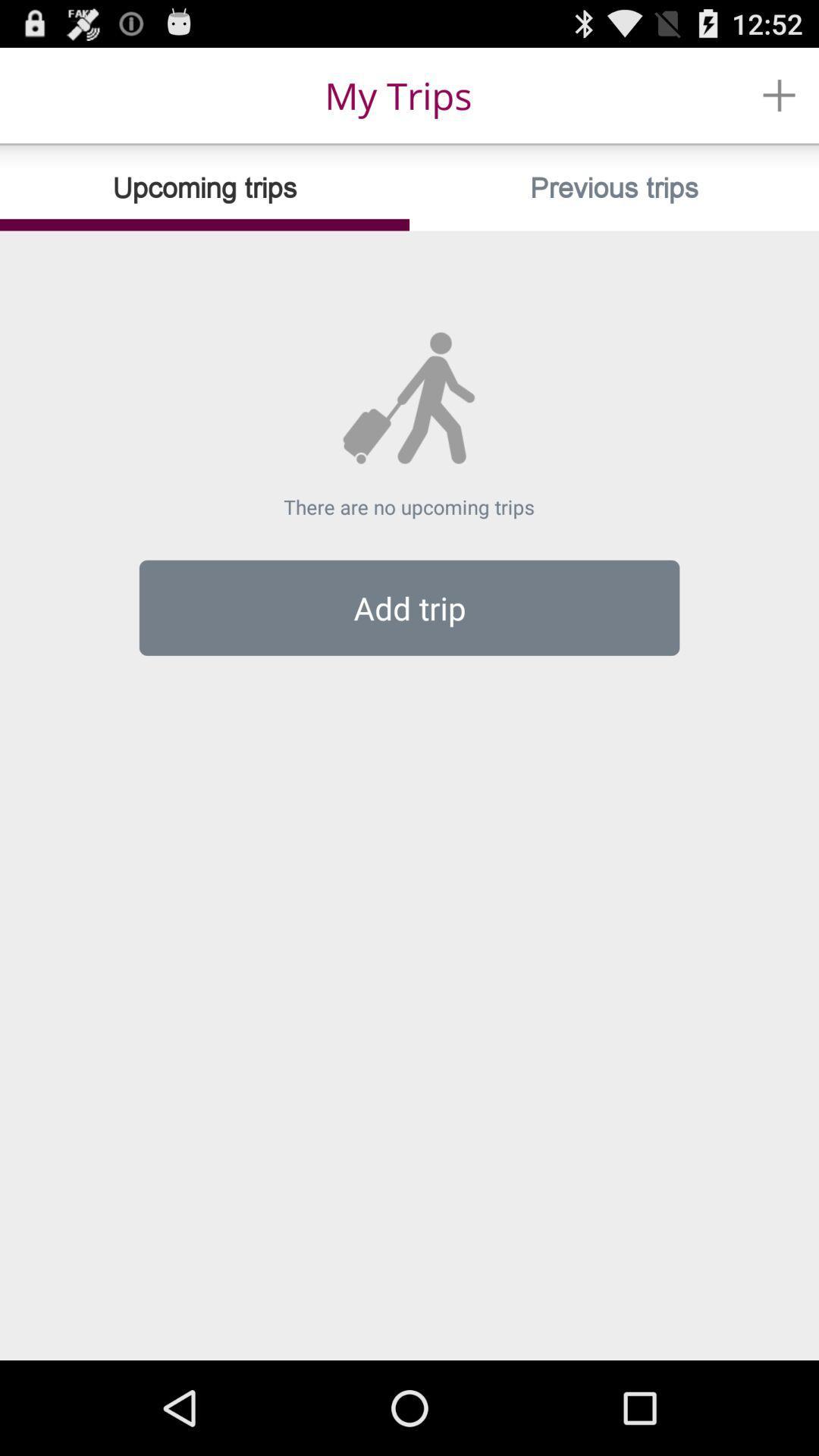 This screenshot has width=819, height=1456. Describe the element at coordinates (614, 187) in the screenshot. I see `item next to the upcoming trips icon` at that location.